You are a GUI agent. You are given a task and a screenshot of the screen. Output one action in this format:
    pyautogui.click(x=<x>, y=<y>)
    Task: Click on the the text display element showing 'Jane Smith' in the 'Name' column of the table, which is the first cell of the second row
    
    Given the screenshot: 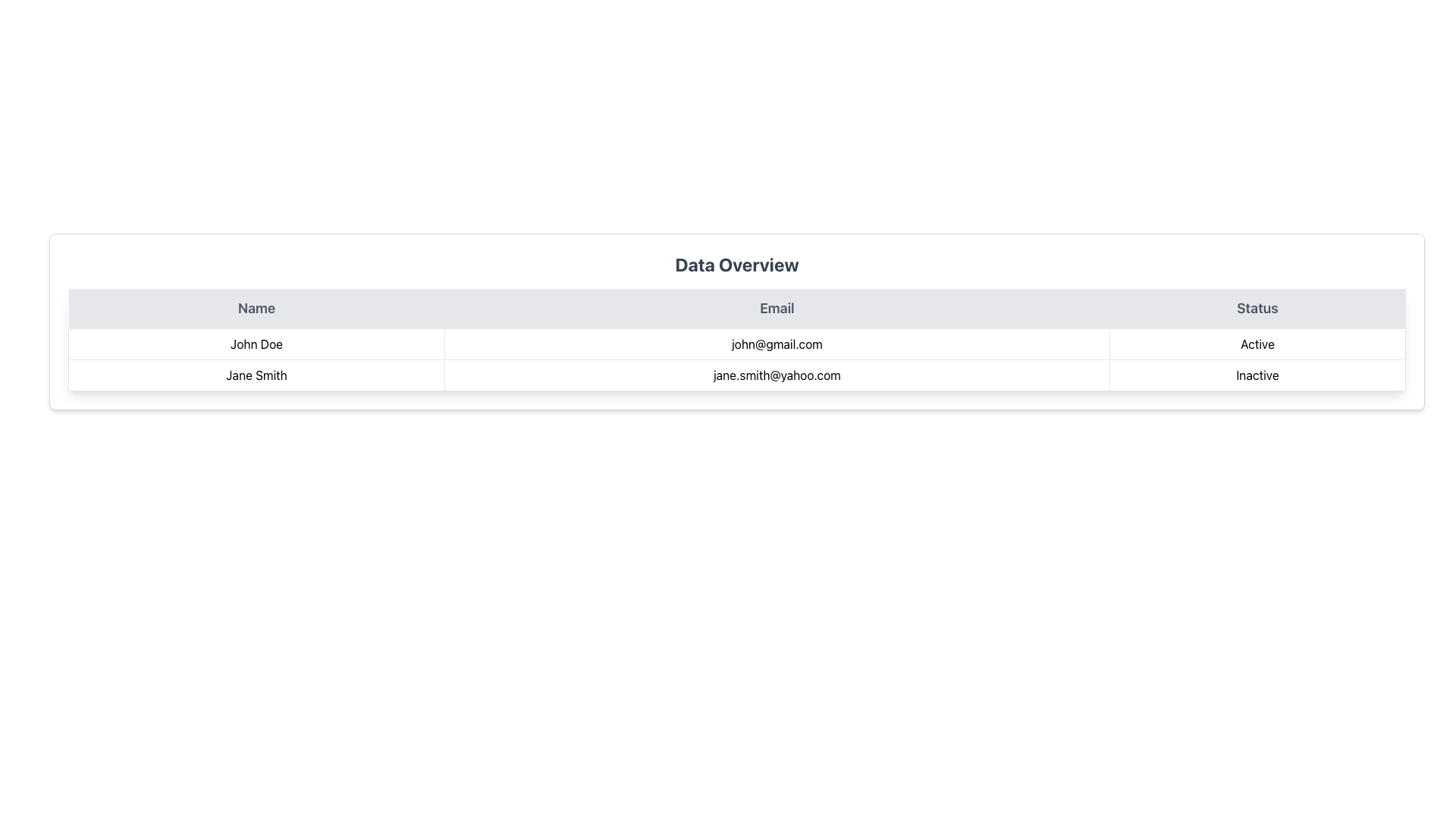 What is the action you would take?
    pyautogui.click(x=256, y=375)
    